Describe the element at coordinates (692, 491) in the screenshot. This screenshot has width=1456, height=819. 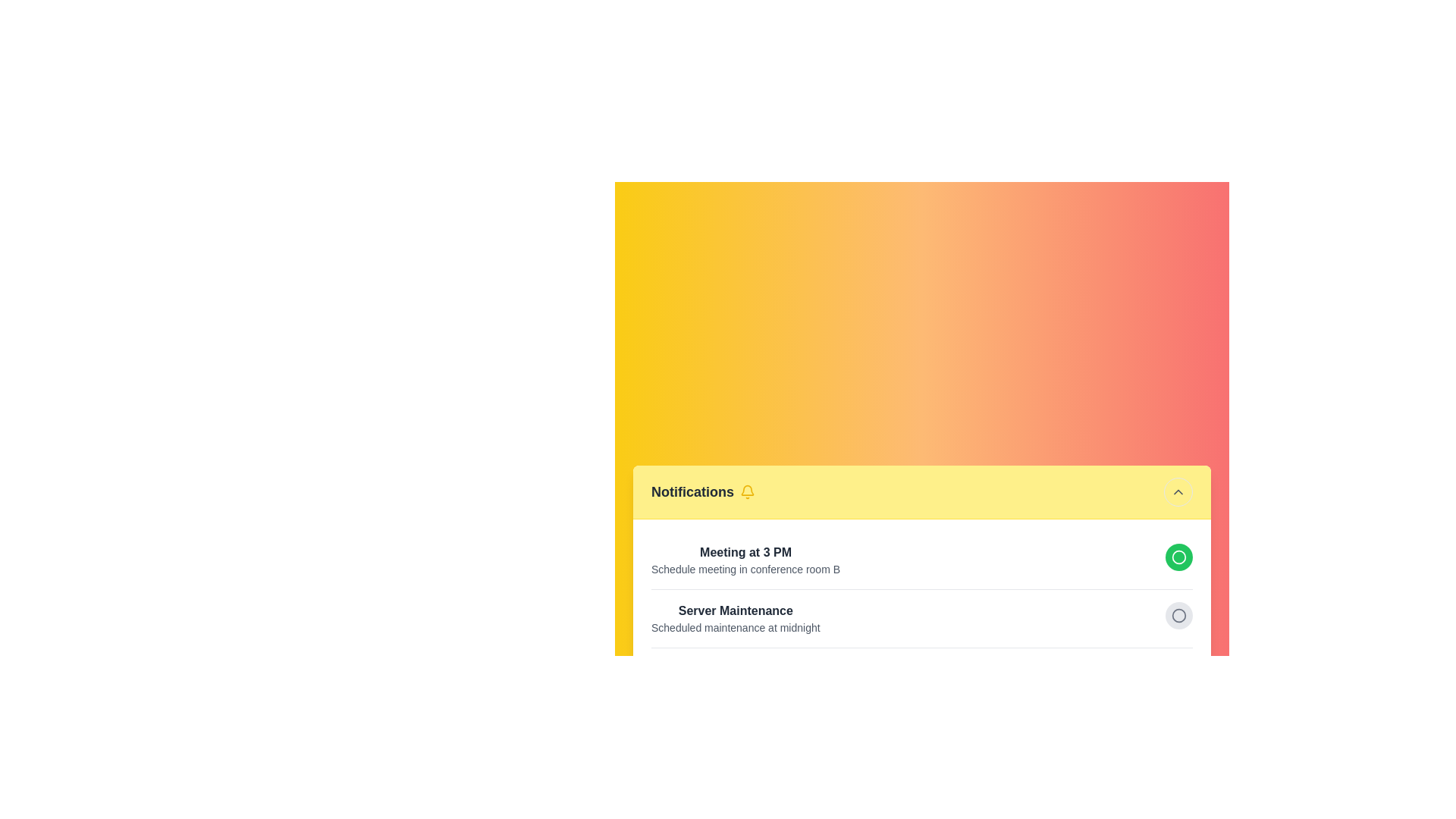
I see `the text label that indicates the content section for notifications or alerts, located in the yellow header area on the left side, preceding a bell icon` at that location.